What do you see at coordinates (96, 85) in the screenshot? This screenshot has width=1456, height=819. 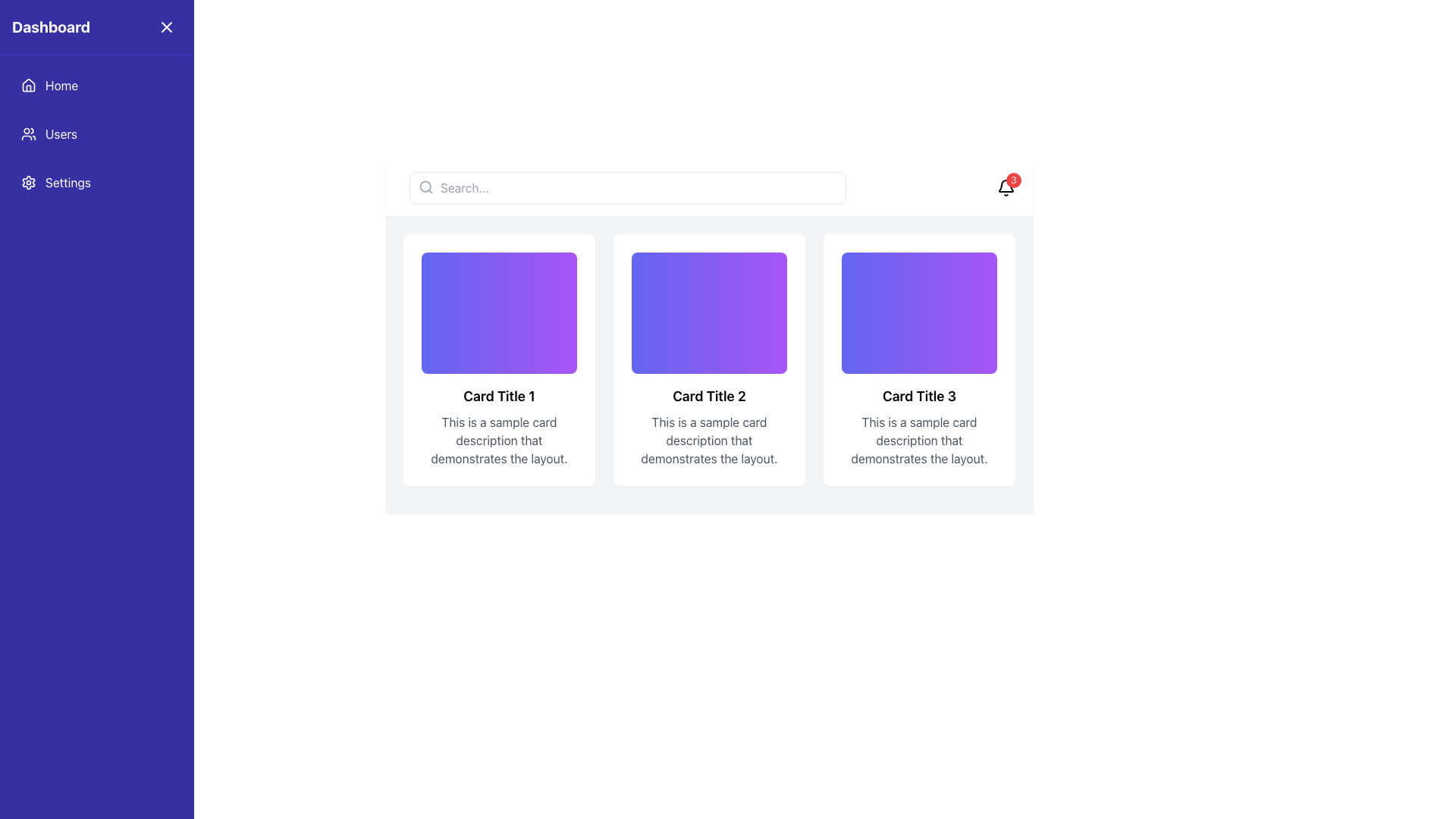 I see `the 'Home' navigation link, which is the first item in the vertical navigation menu` at bounding box center [96, 85].